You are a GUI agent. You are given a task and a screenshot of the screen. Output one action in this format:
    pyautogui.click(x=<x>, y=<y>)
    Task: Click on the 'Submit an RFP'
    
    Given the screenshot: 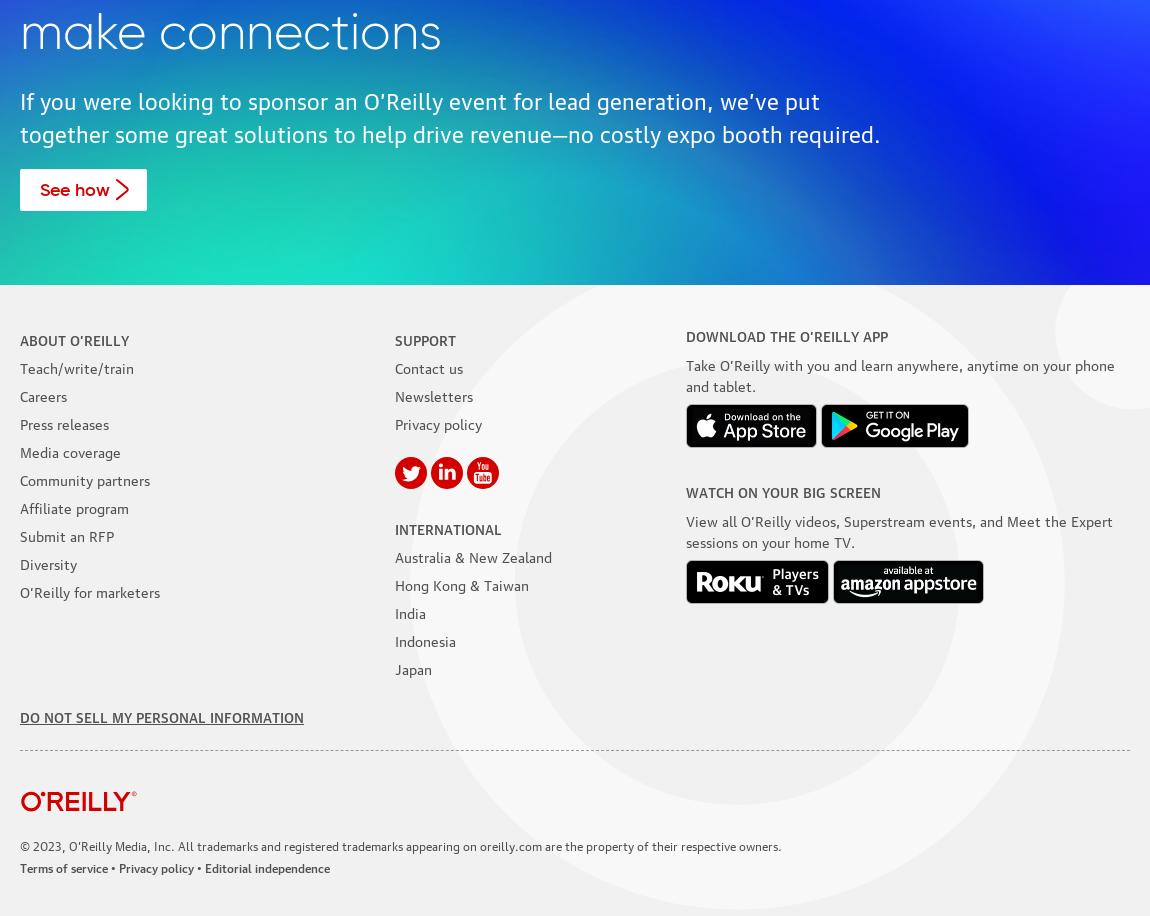 What is the action you would take?
    pyautogui.click(x=66, y=533)
    